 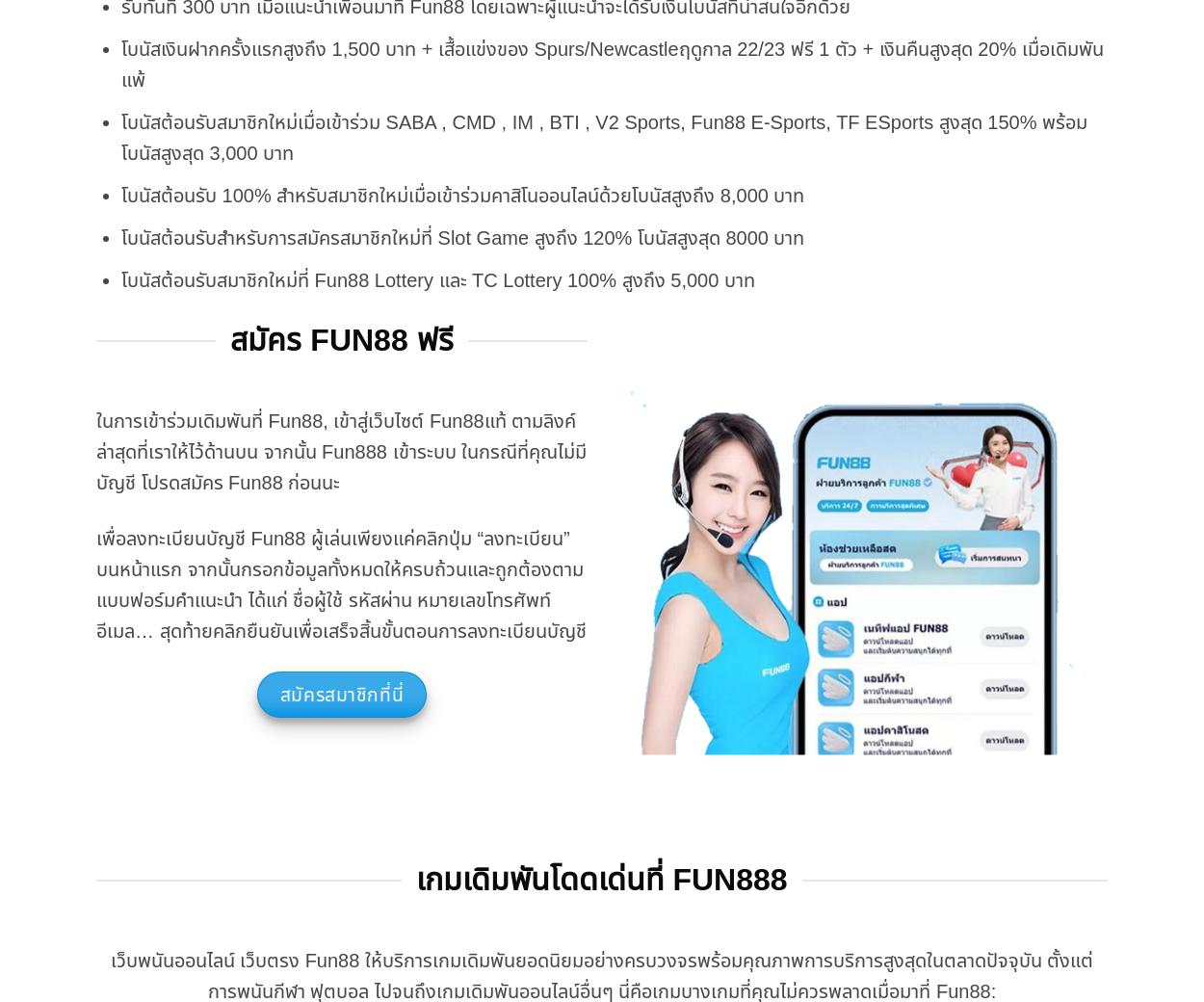 I want to click on 'ในการเข้าร่วมเดิมพันที่ Fun88, เข้าสู่เว็บไซต์ Fun88แท้ ตามลิงค์ล่าสุดที่เราให้ไว้ด้านบน จากนั้น Fun888 เข้าระบบ ในกรณีที่คุณไม่มีบัญชี โปรดสมัคร Fun88 ก่อนนะ', so click(x=340, y=451).